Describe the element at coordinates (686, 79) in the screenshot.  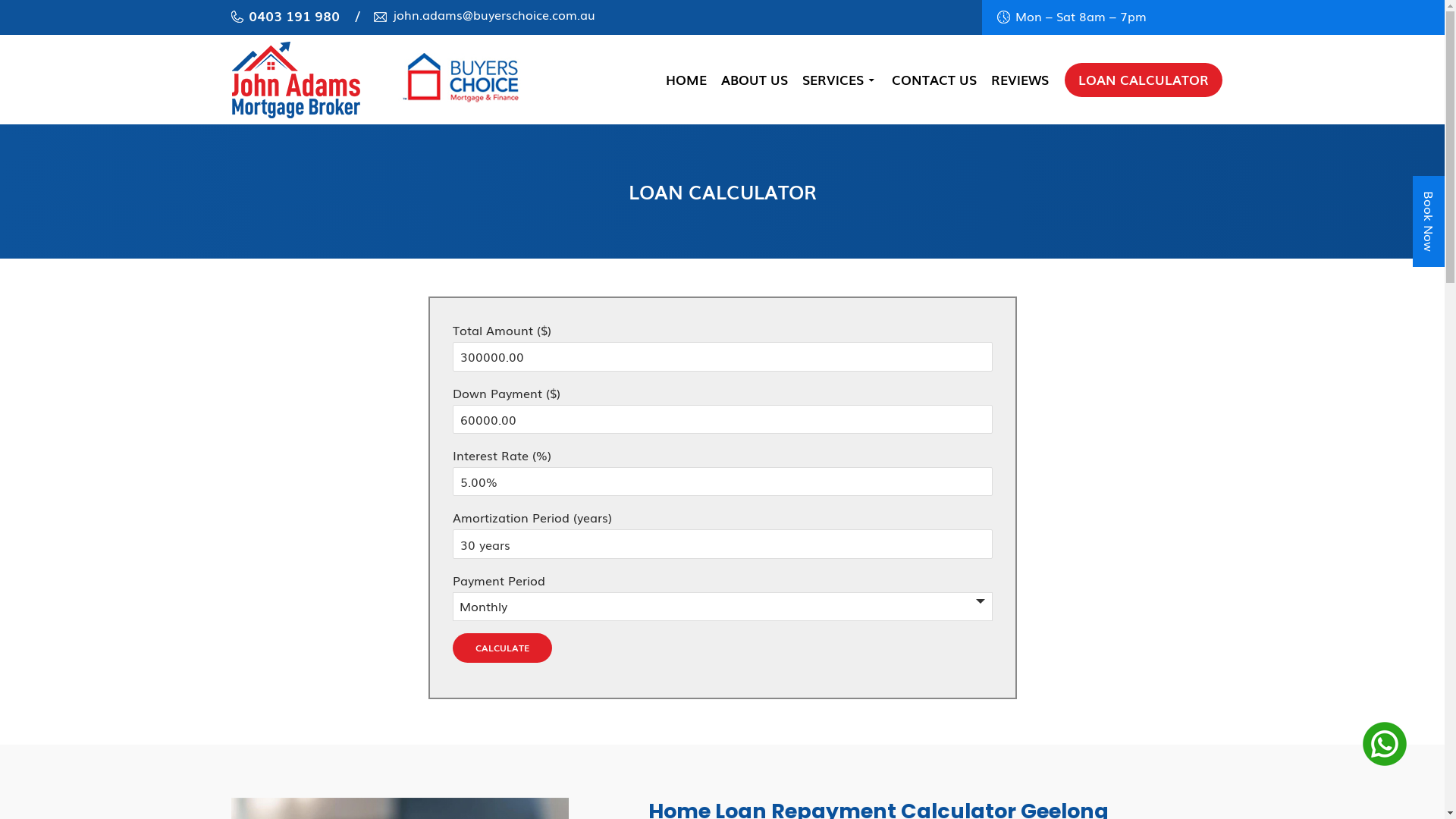
I see `'HOME'` at that location.